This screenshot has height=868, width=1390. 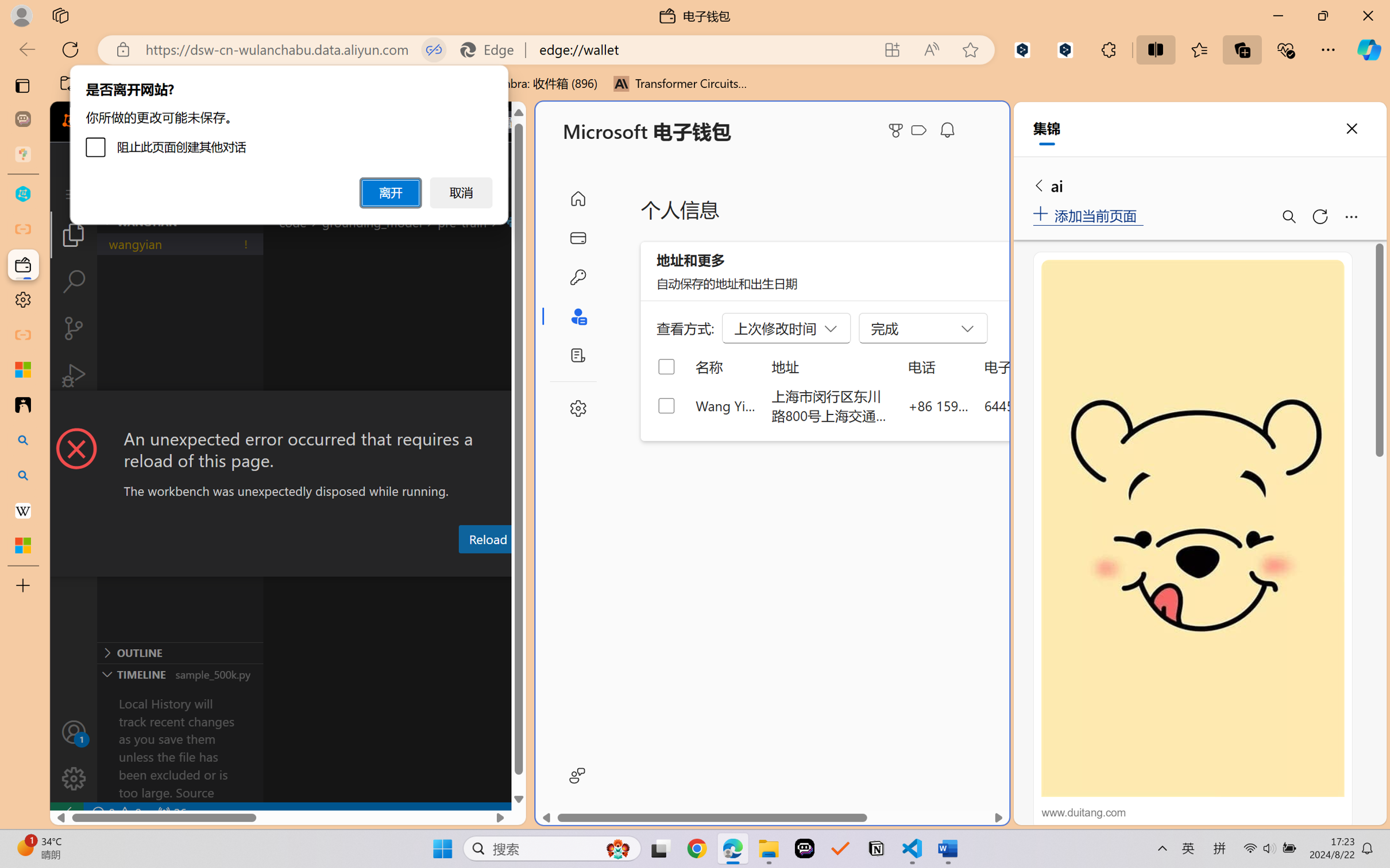 I want to click on 'Wang Yian', so click(x=725, y=405).